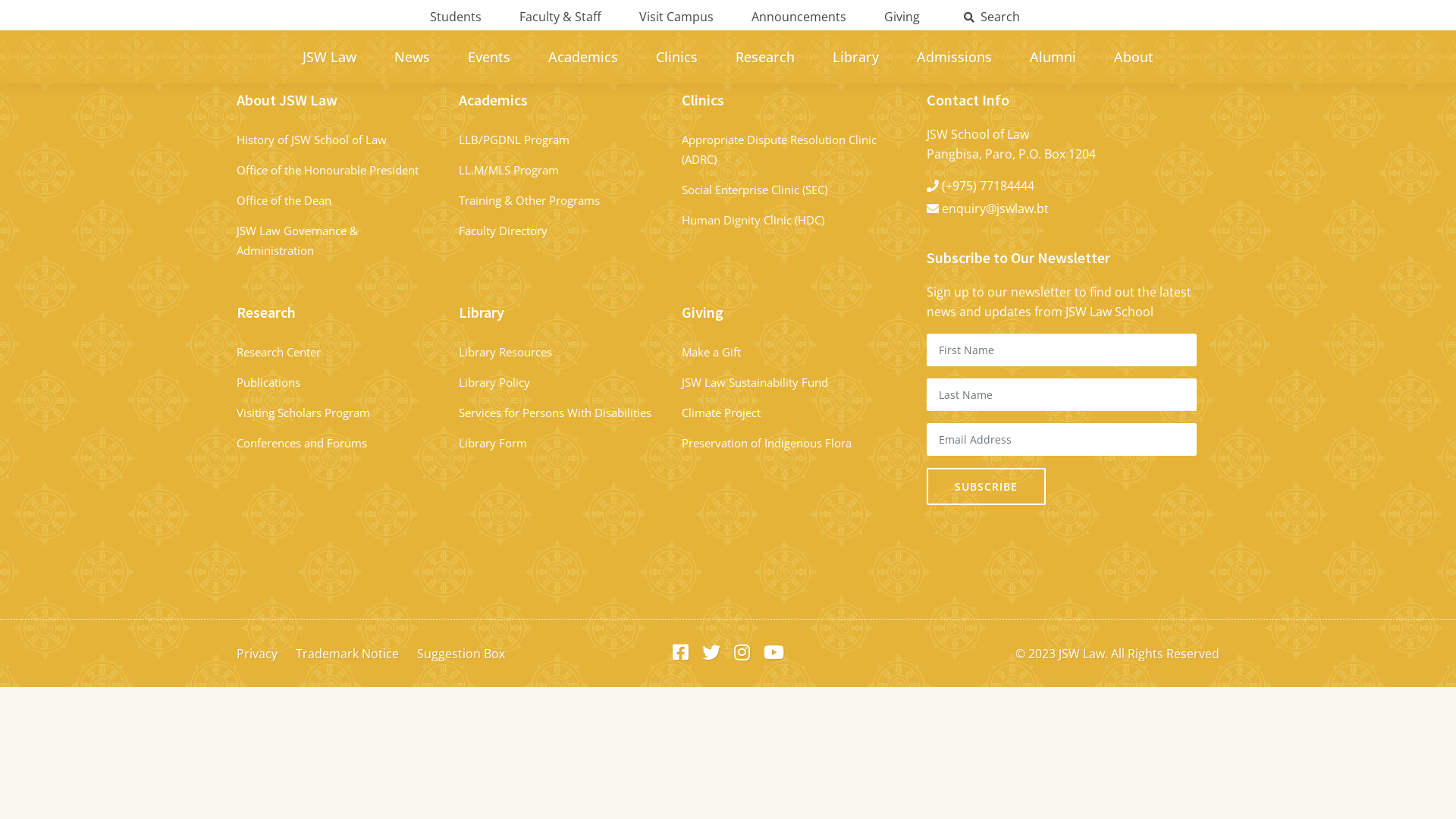  I want to click on 'Appropriate Dispute Resolution Clinic (ADRC)', so click(779, 149).